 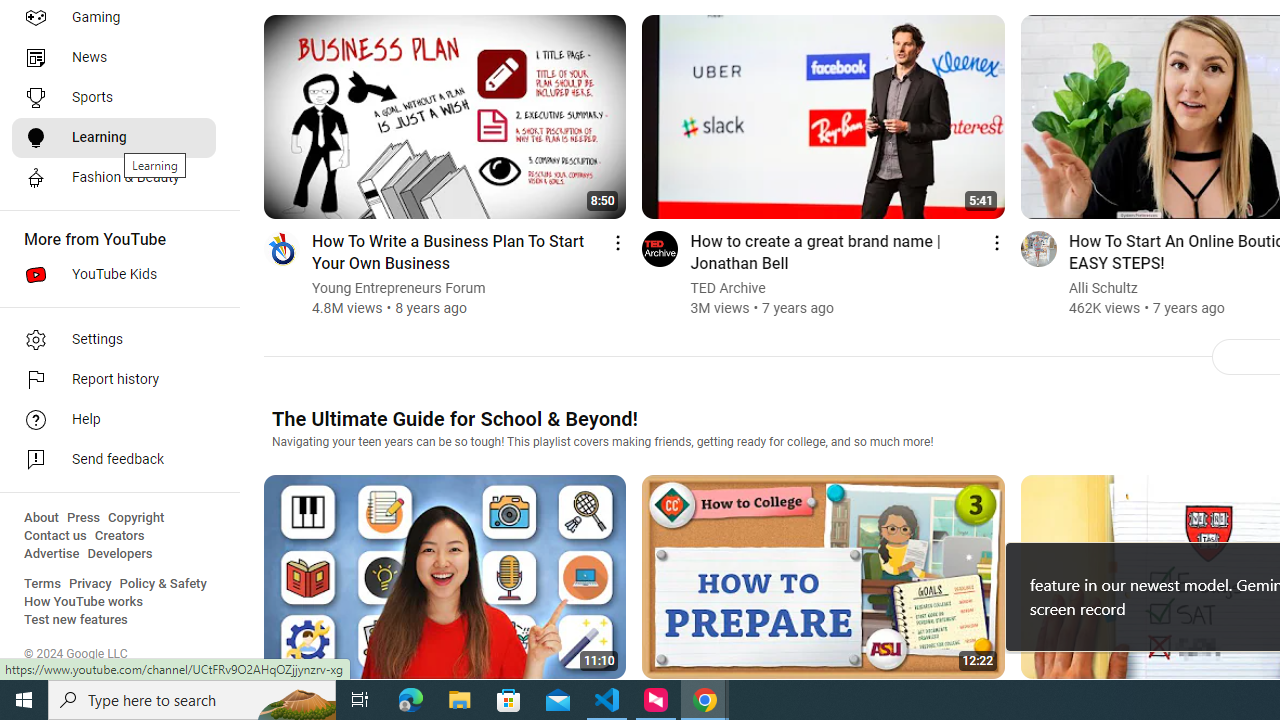 I want to click on 'Developers', so click(x=119, y=554).